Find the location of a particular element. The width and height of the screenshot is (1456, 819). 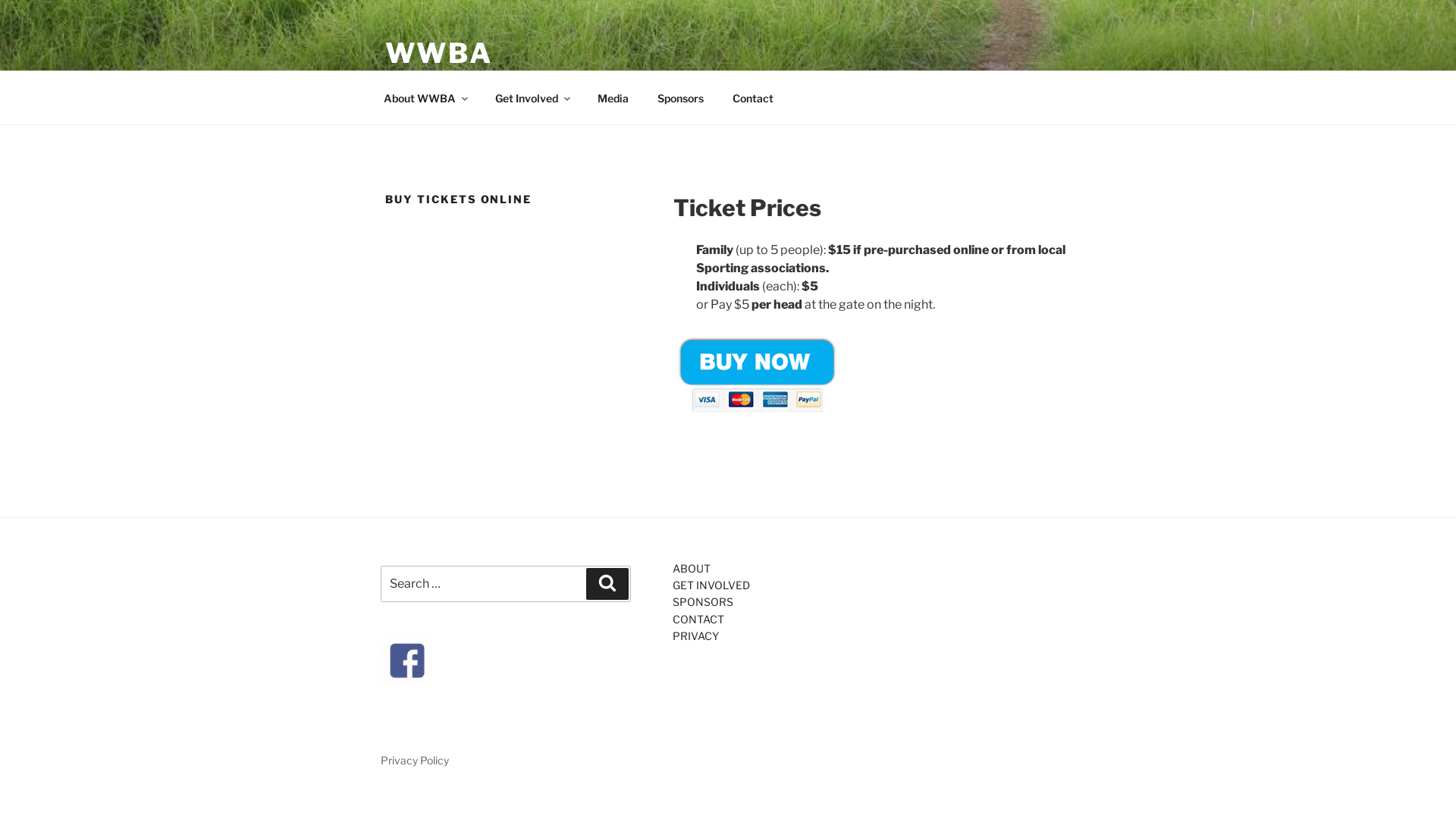

'PRIVACY' is located at coordinates (672, 635).